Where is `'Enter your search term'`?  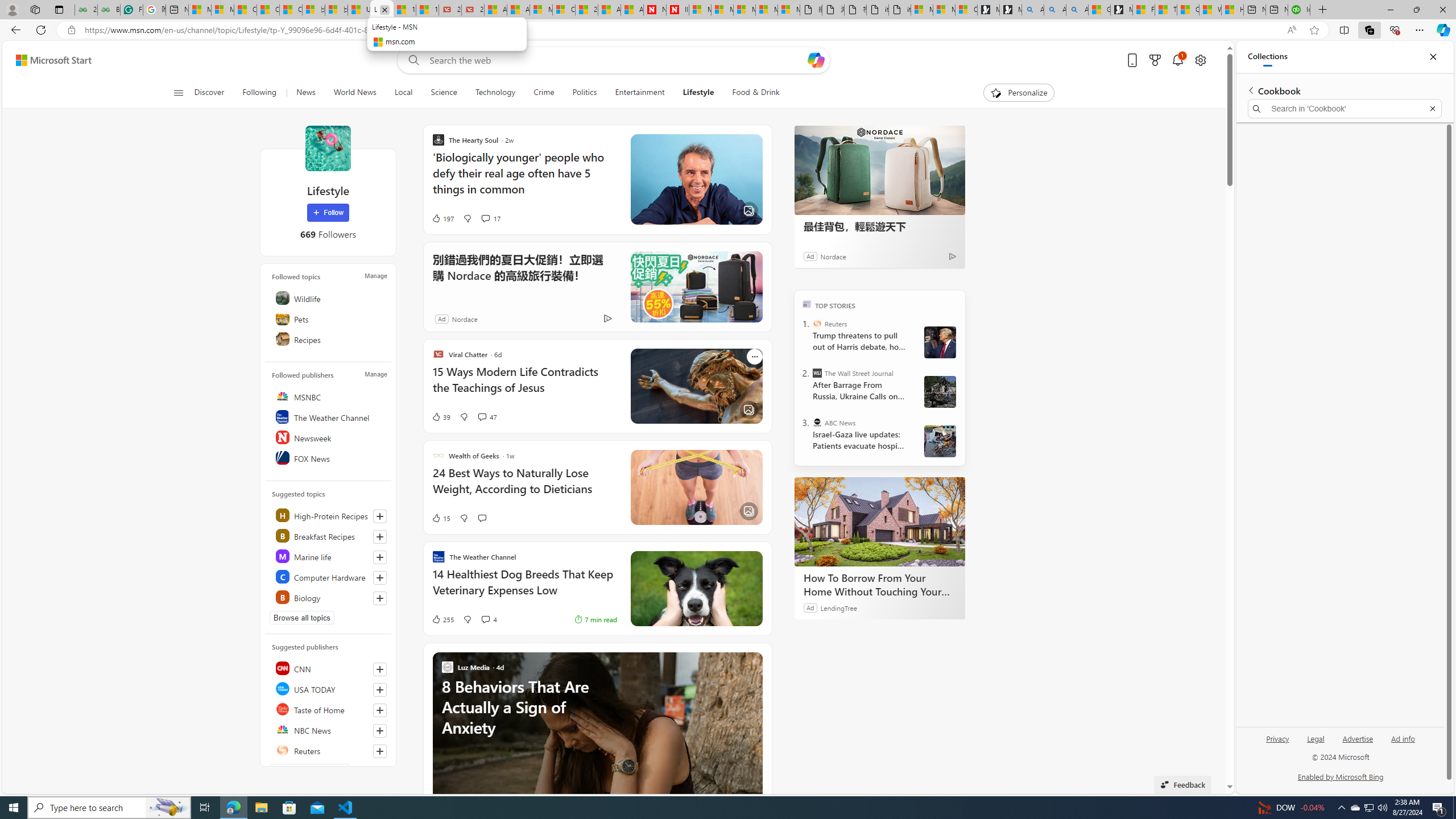 'Enter your search term' is located at coordinates (617, 59).